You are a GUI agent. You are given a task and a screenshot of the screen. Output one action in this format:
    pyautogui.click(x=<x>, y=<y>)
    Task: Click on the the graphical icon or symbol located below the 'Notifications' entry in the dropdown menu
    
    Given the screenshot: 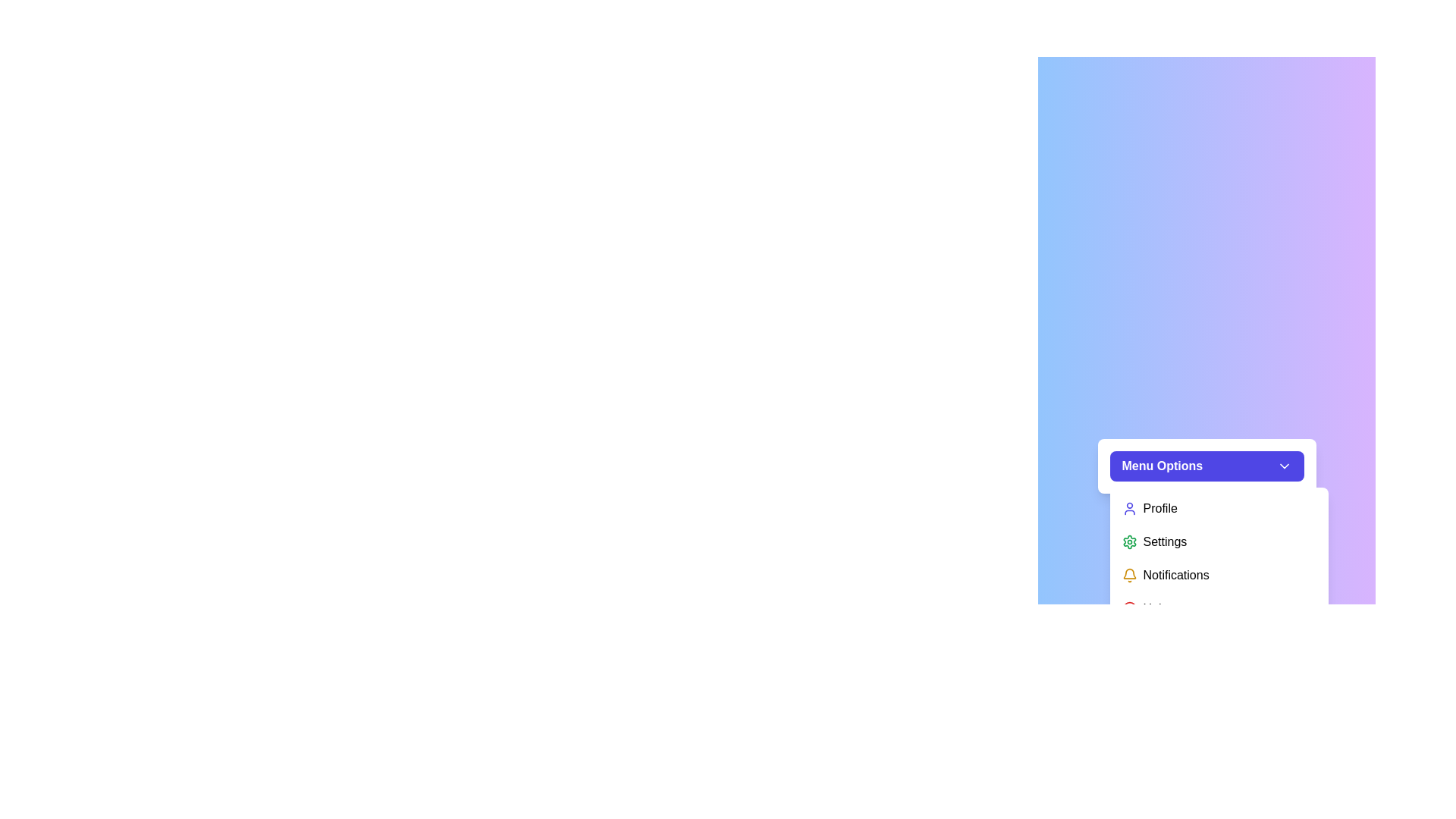 What is the action you would take?
    pyautogui.click(x=1129, y=607)
    